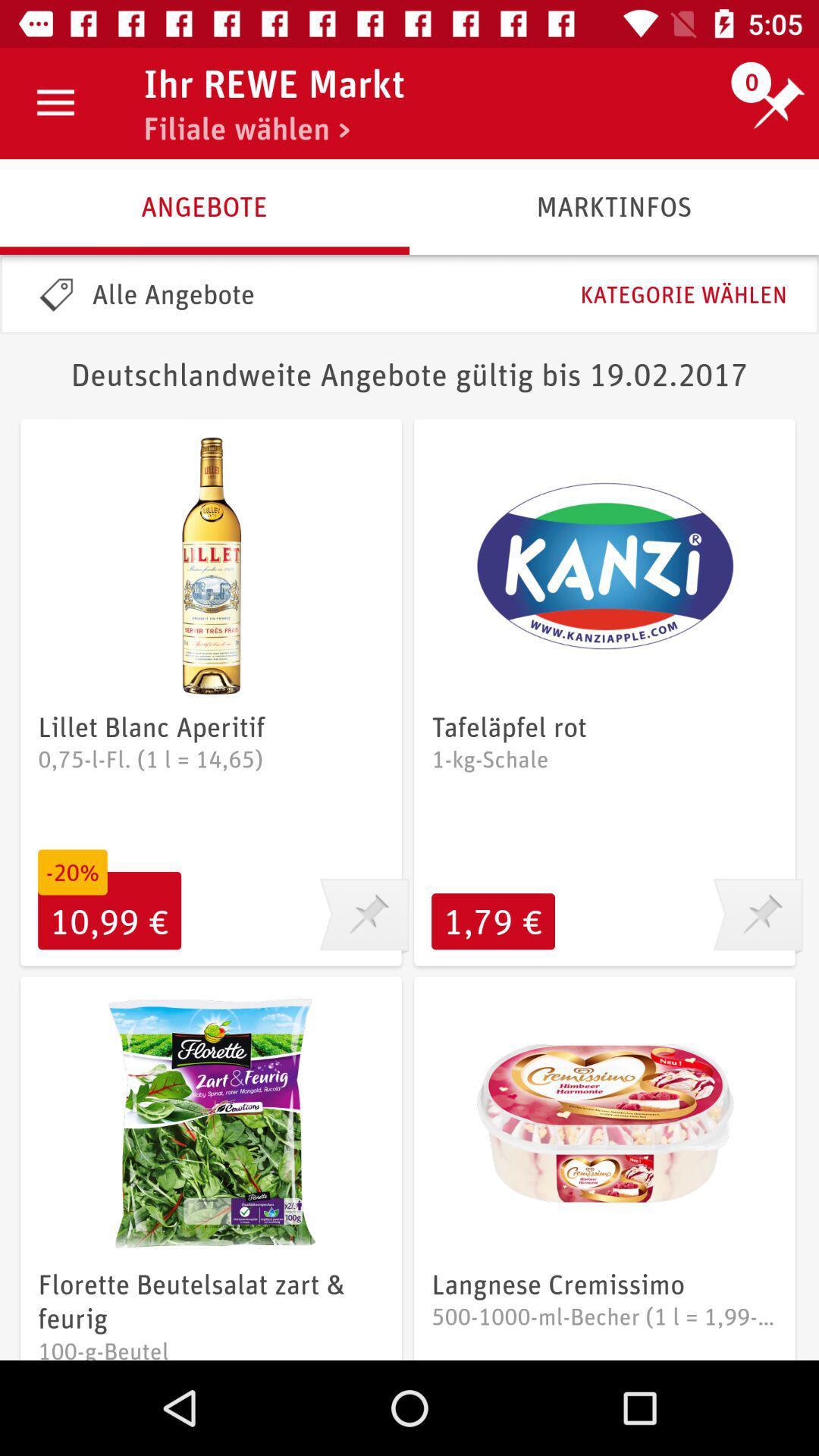  What do you see at coordinates (246, 128) in the screenshot?
I see `icon below the ihr rewe markt` at bounding box center [246, 128].